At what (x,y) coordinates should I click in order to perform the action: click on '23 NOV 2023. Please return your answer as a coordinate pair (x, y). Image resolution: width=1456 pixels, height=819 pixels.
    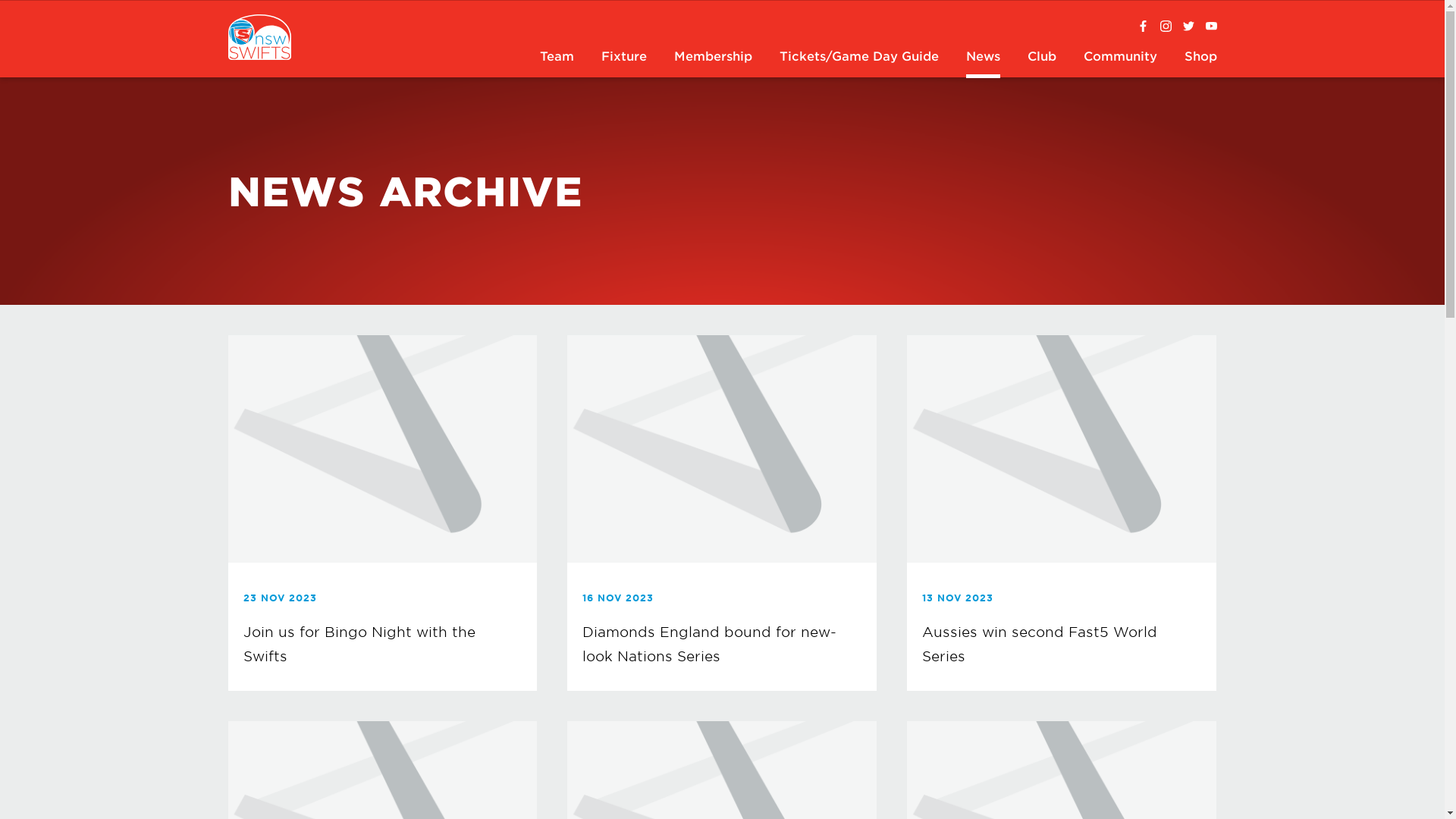
    Looking at the image, I should click on (382, 512).